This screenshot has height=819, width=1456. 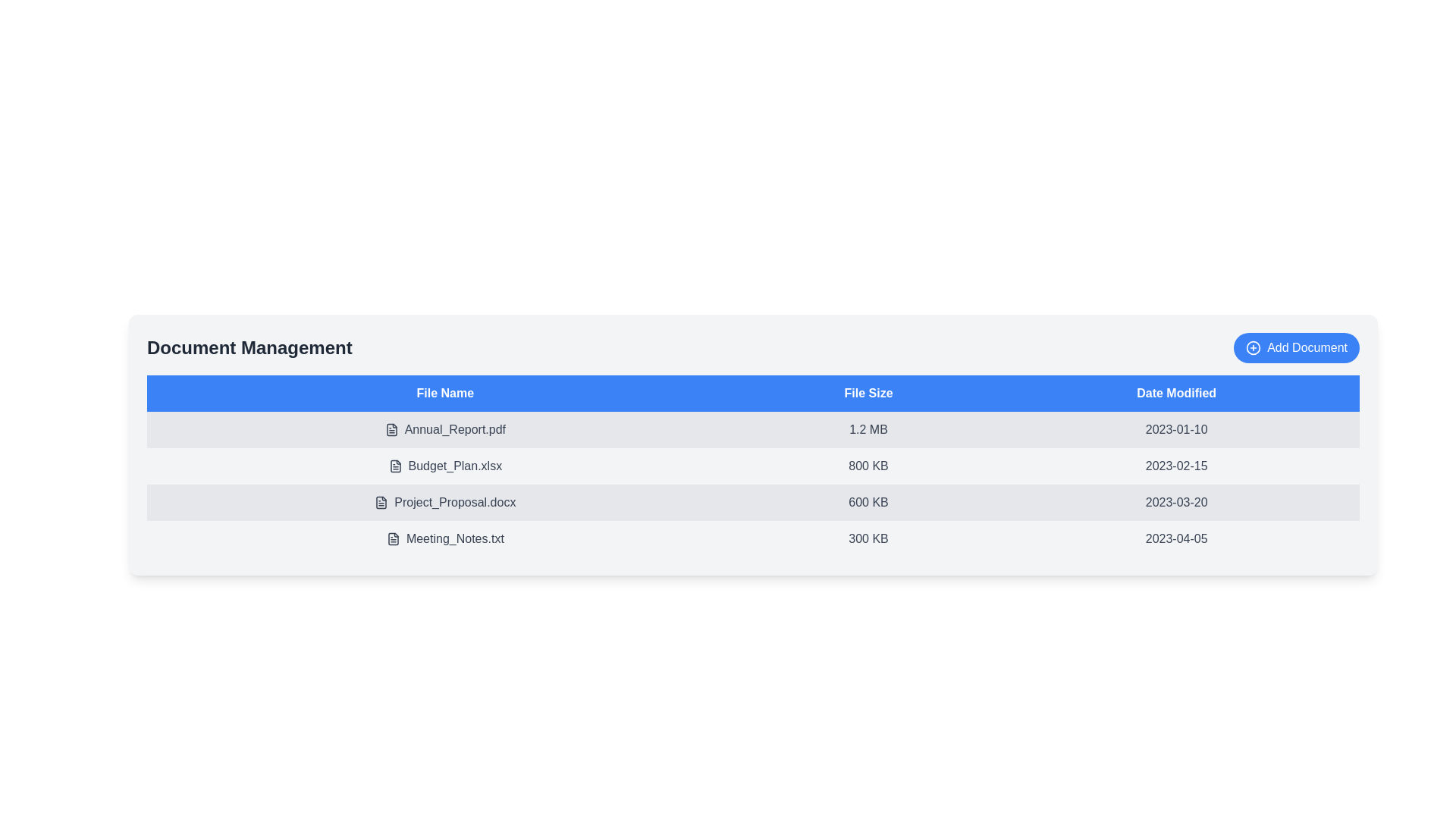 What do you see at coordinates (1175, 393) in the screenshot?
I see `the table header Date Modified to sort the document list by that column` at bounding box center [1175, 393].